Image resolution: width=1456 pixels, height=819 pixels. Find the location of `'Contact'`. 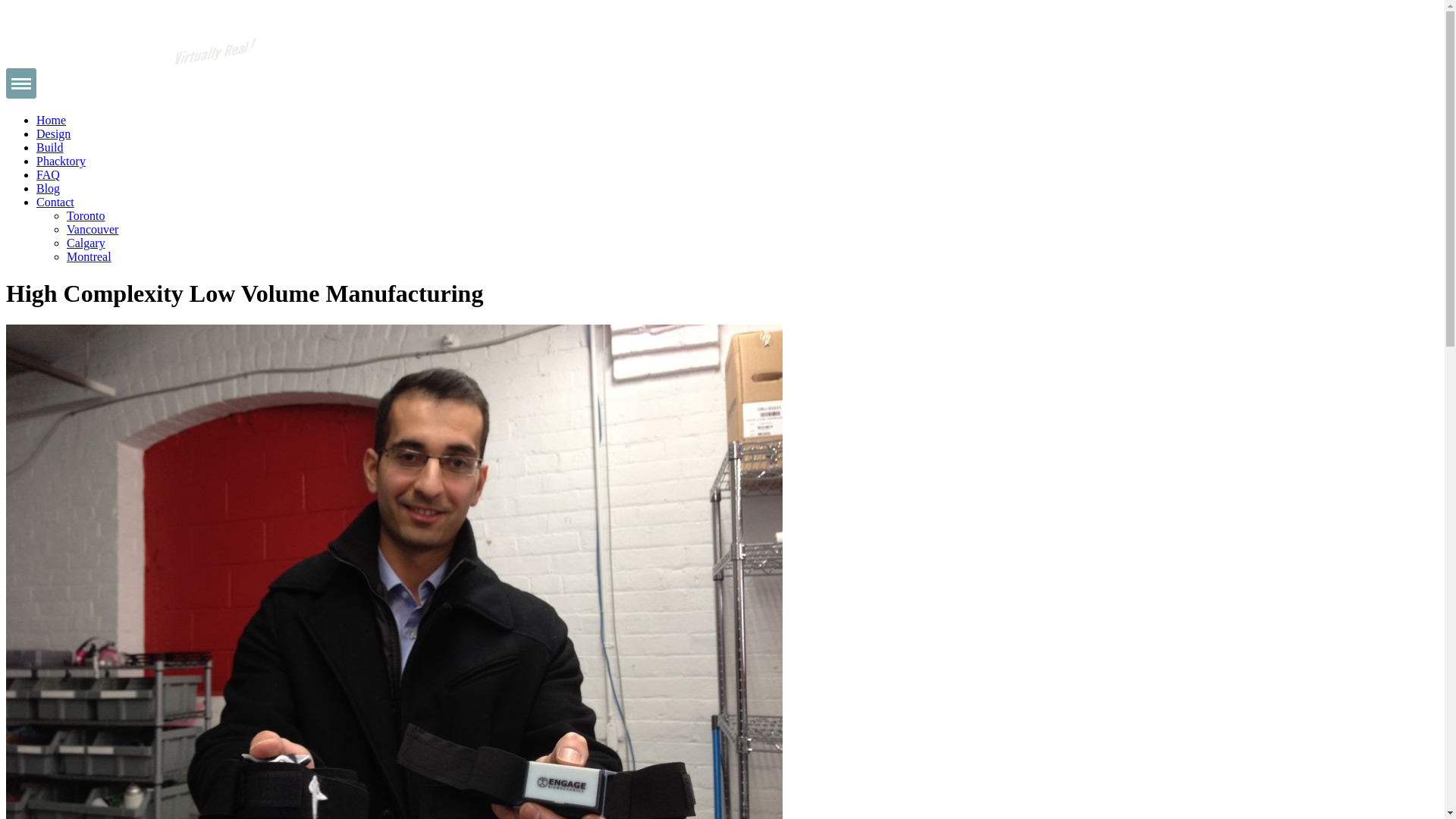

'Contact' is located at coordinates (55, 201).